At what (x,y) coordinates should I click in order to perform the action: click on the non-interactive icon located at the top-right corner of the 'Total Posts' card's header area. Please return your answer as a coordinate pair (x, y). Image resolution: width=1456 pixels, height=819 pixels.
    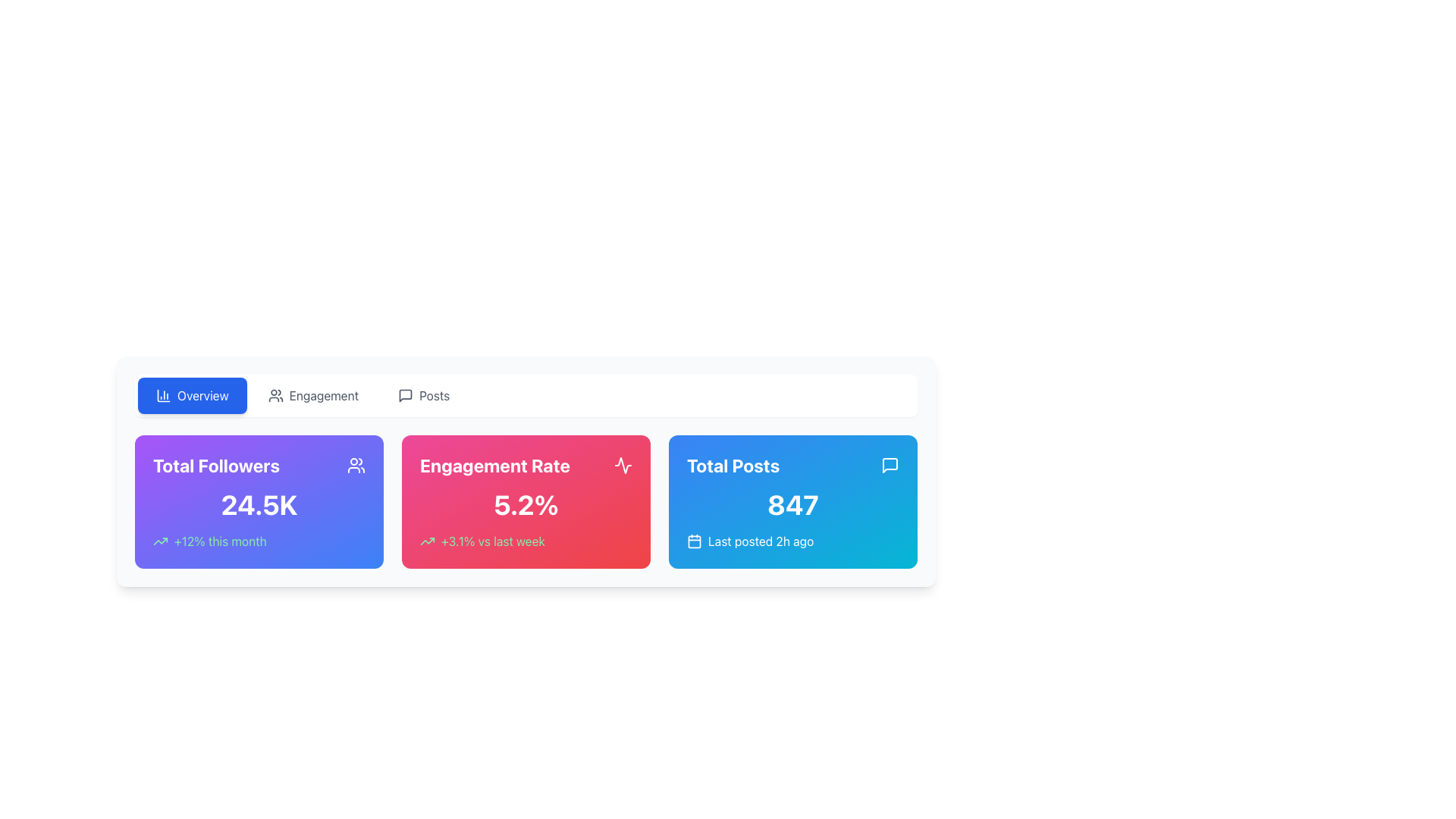
    Looking at the image, I should click on (406, 394).